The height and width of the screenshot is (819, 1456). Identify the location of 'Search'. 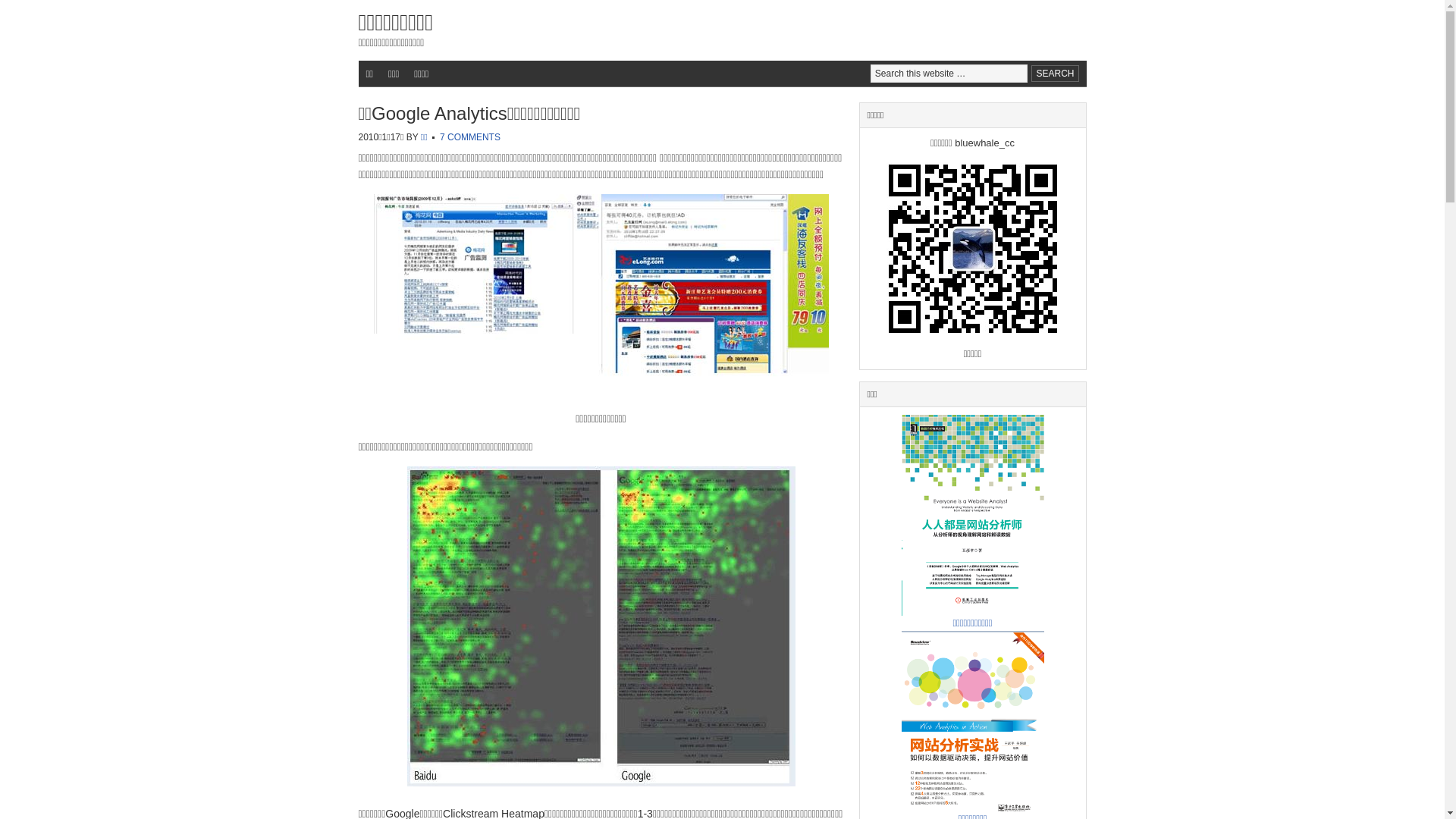
(1054, 73).